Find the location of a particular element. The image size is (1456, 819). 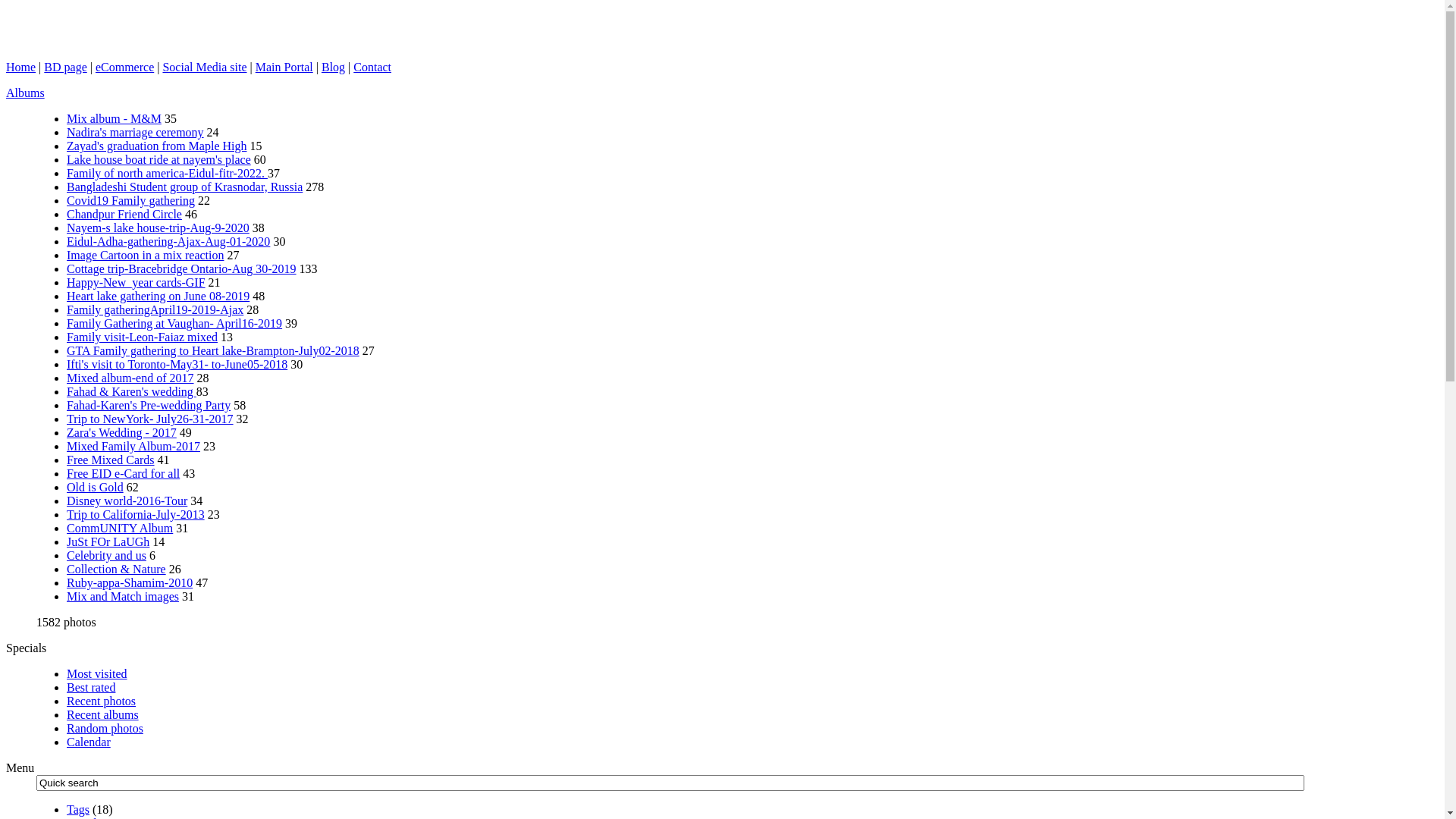

'JuSt FOr LaUGh' is located at coordinates (107, 541).